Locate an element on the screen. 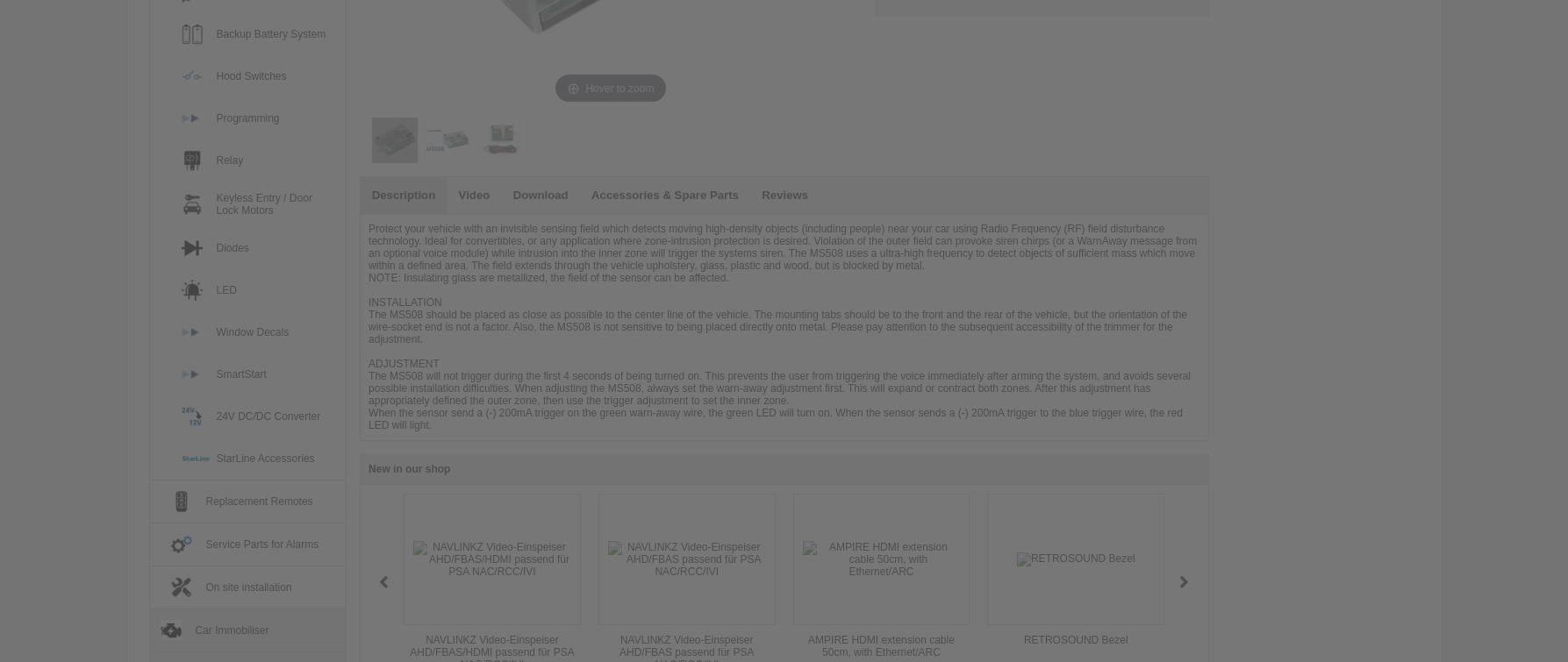 Image resolution: width=1568 pixels, height=662 pixels. 'When the sensor send a (-) 200mA trigger on the green warn-away wire, the green LED will turn on. When the sensor sends a (-) 200mA trigger to the blue trigger wire, the red LED will light.' is located at coordinates (775, 417).